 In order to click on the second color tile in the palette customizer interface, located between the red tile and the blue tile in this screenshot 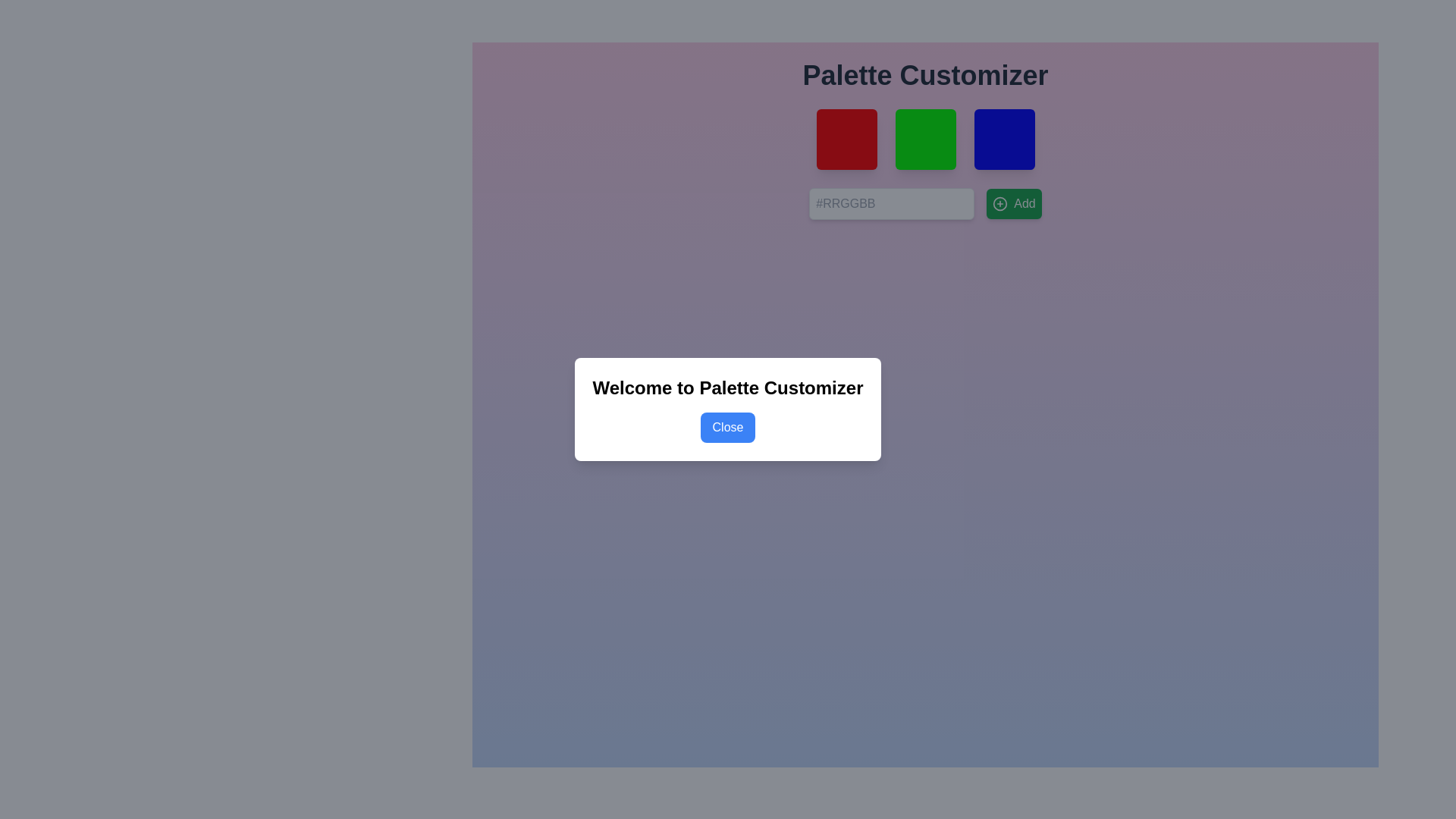, I will do `click(924, 140)`.